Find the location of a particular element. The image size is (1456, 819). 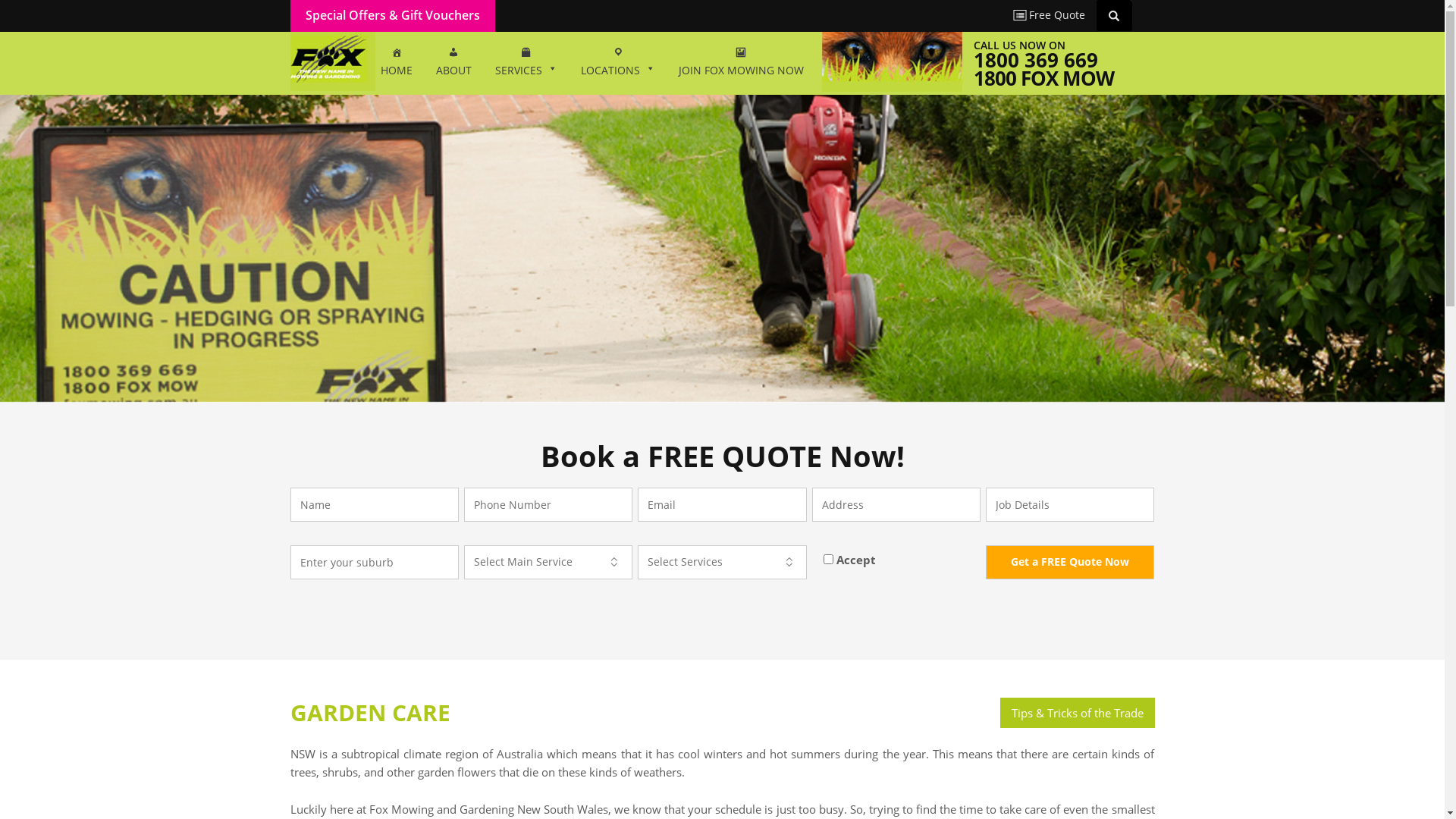

'Rechercher' is located at coordinates (1116, 14).